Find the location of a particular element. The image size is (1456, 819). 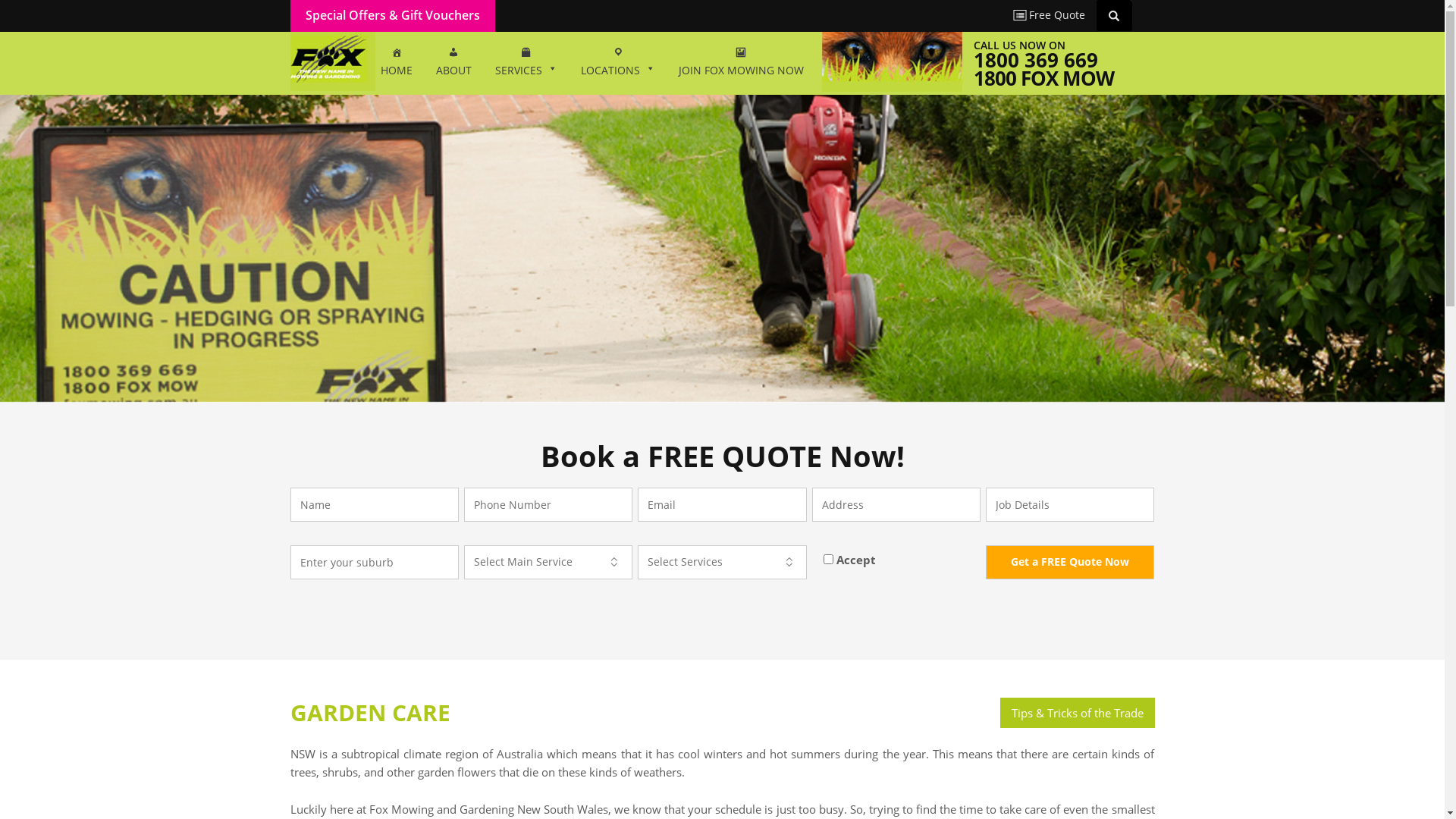

'Rechercher' is located at coordinates (1116, 14).